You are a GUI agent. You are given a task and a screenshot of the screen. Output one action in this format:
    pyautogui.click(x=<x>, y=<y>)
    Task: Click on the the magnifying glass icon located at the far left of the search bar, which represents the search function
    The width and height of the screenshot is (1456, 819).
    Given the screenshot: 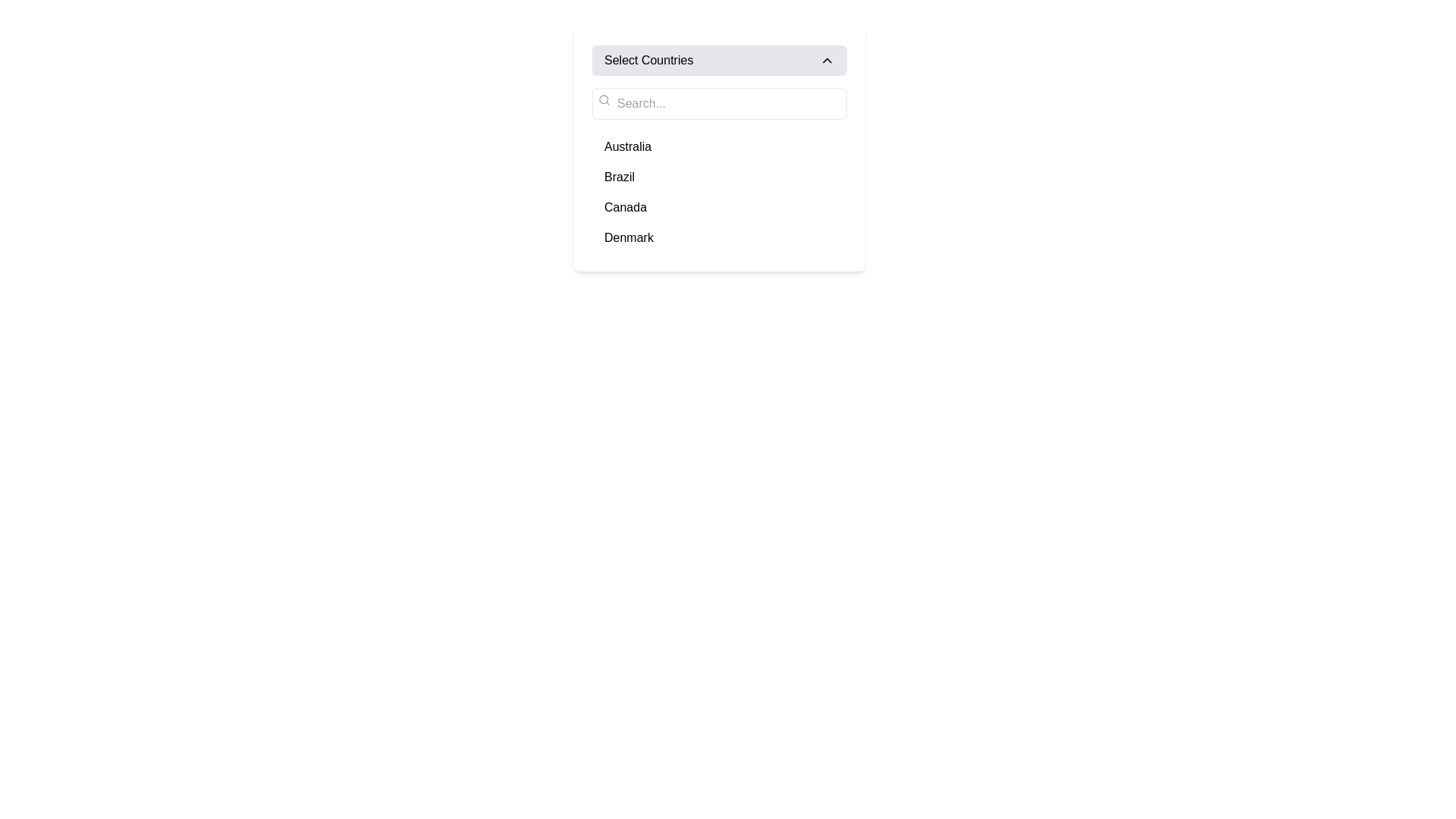 What is the action you would take?
    pyautogui.click(x=603, y=99)
    